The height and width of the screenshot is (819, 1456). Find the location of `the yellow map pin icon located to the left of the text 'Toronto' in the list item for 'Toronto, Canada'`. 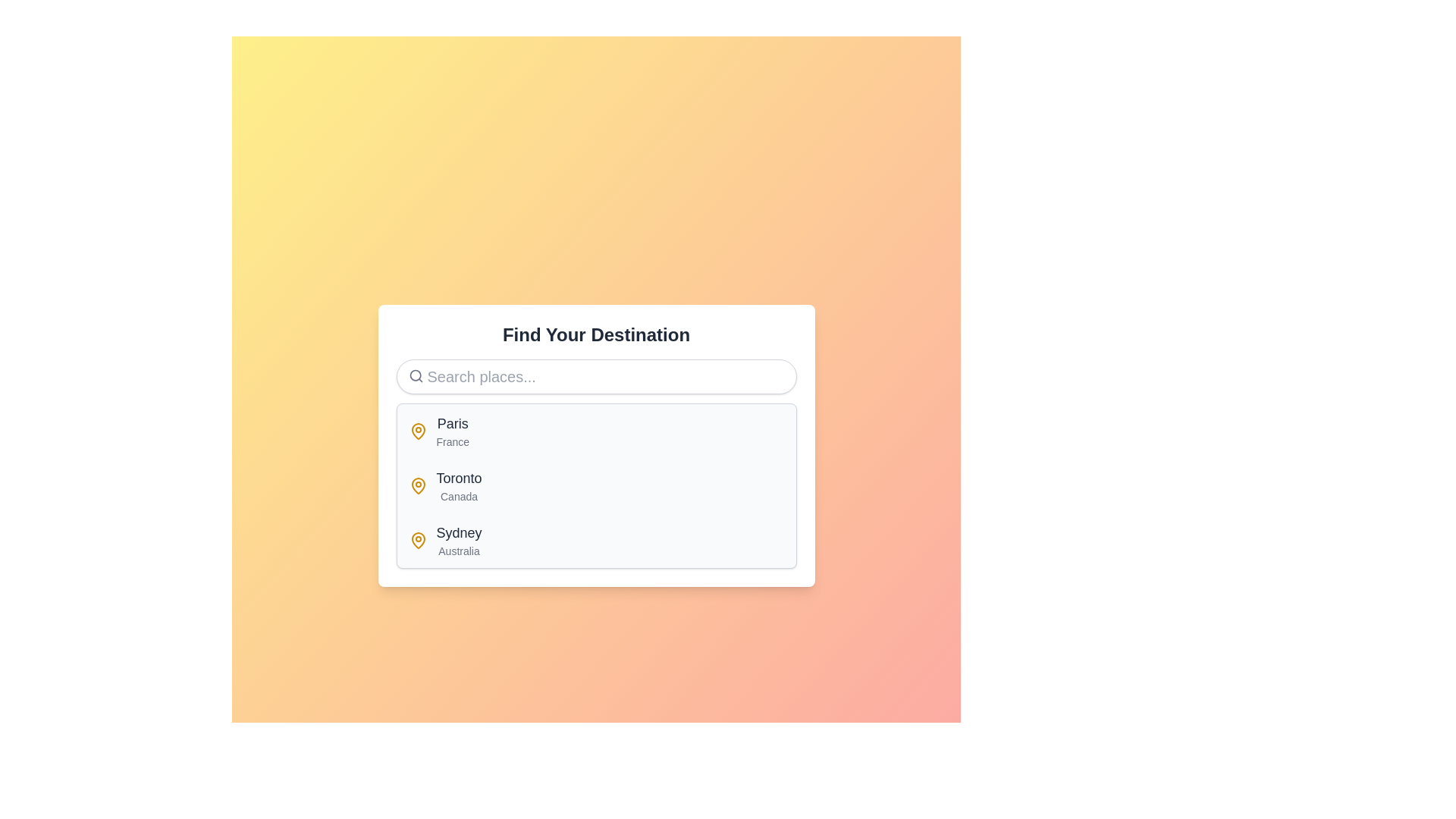

the yellow map pin icon located to the left of the text 'Toronto' in the list item for 'Toronto, Canada' is located at coordinates (418, 485).